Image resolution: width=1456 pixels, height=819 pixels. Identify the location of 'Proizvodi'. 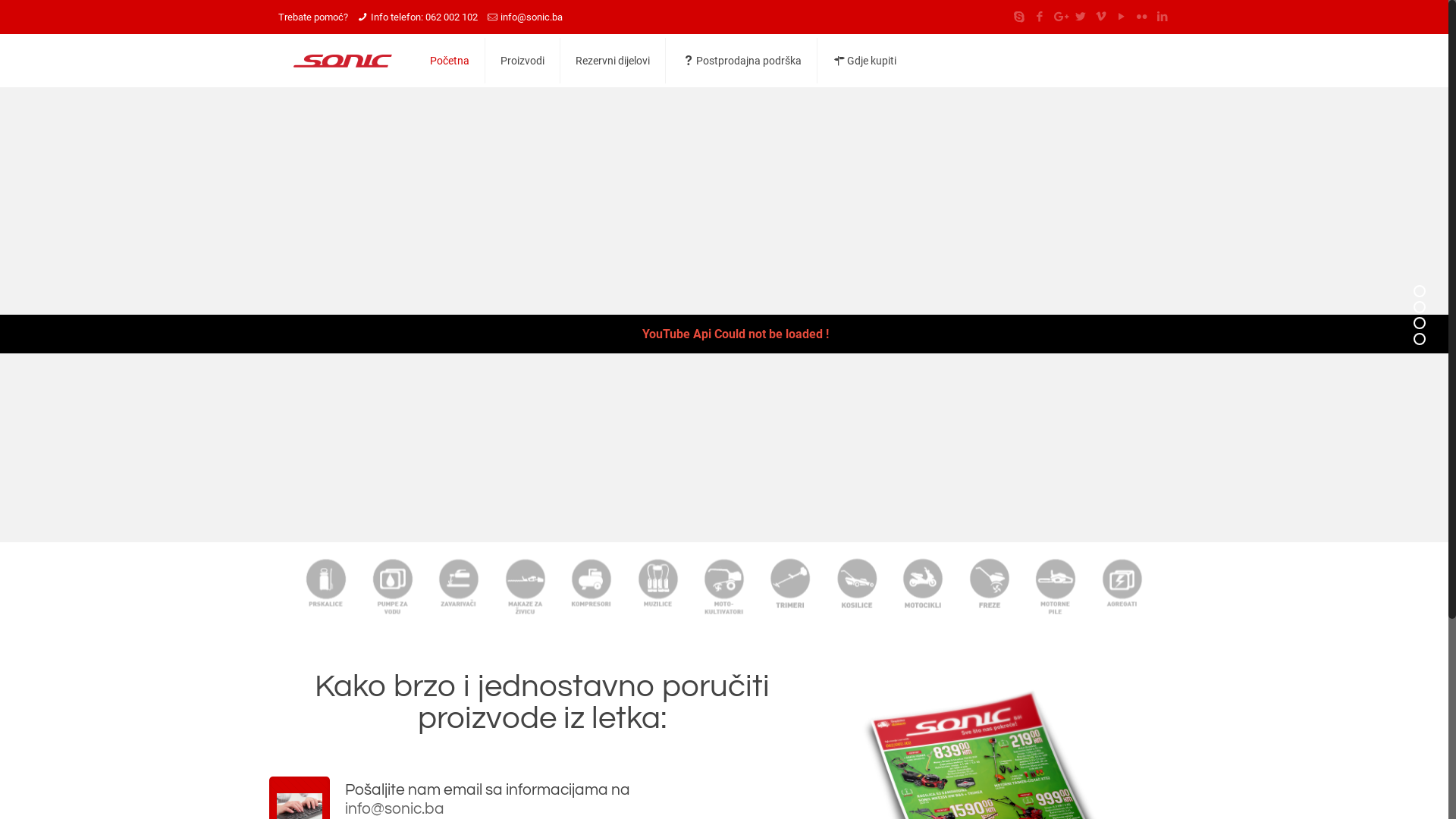
(484, 60).